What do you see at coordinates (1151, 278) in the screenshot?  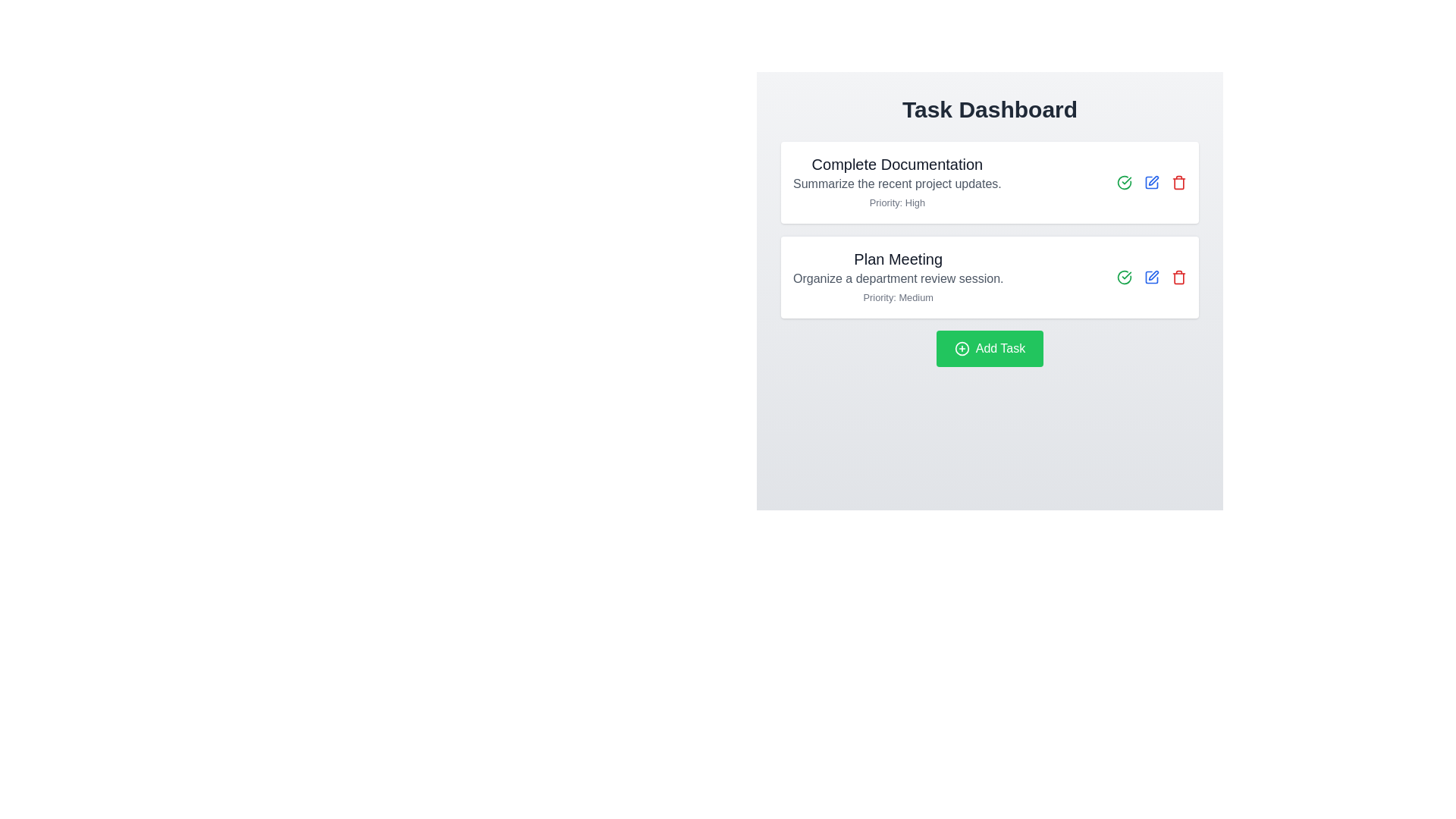 I see `the blue pencil icon representing the edit function, positioned between the green checkmark icon and the red trashcan icon next to the 'Plan Meeting' task` at bounding box center [1151, 278].